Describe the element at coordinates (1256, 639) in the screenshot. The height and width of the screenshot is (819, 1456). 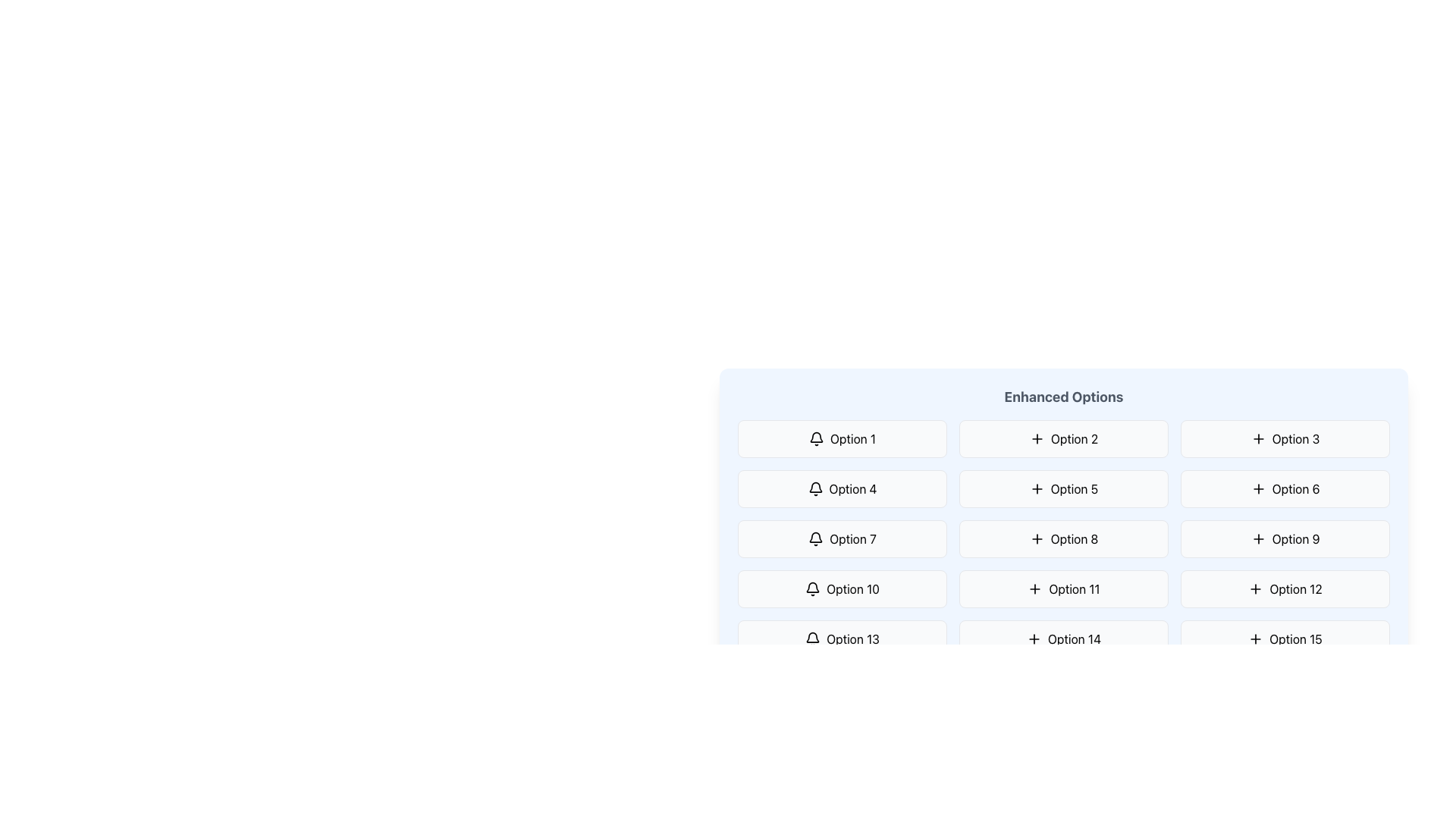
I see `the small plus icon located within the fifteenth option button labeled 'Option 15'` at that location.